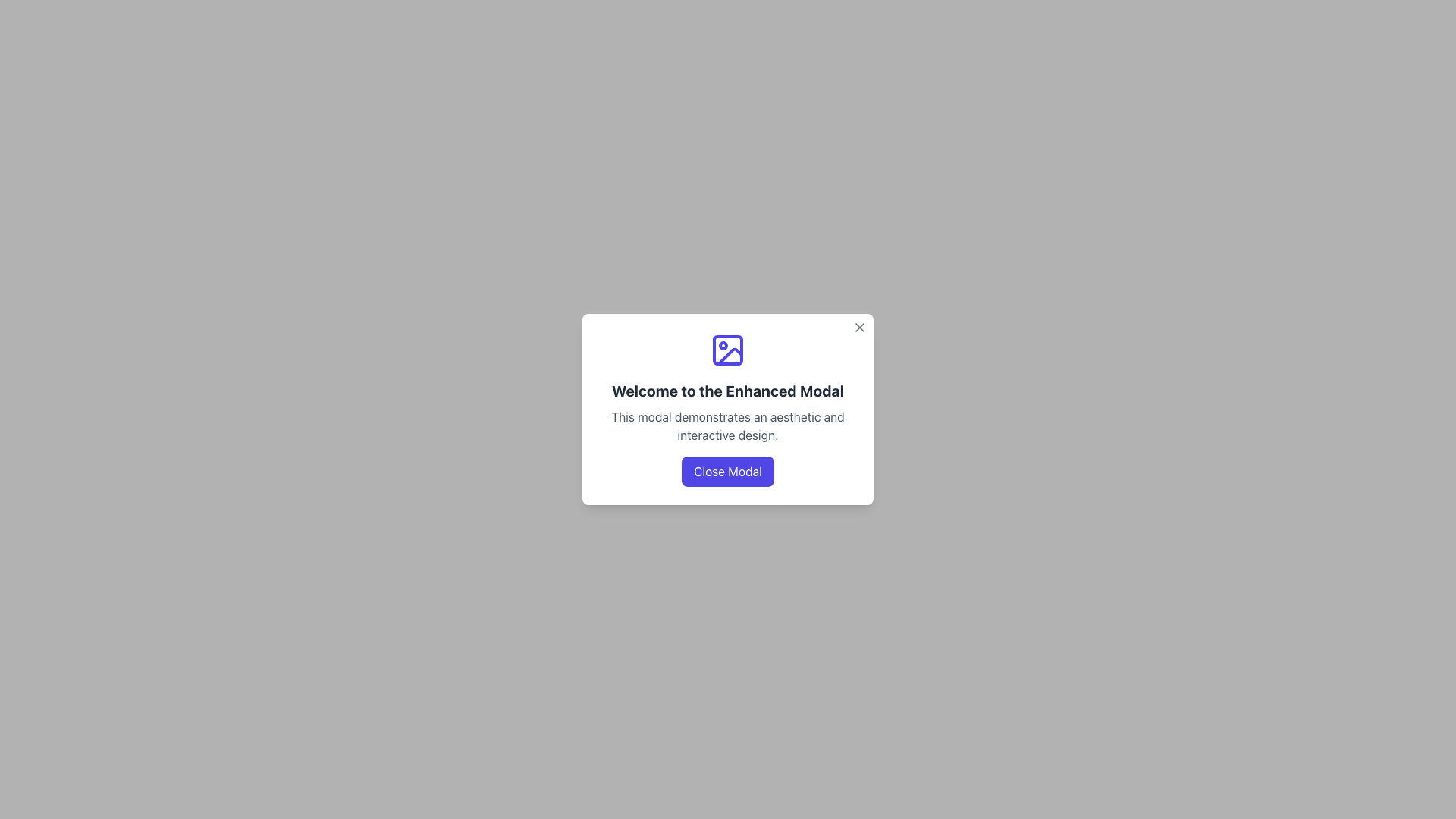 This screenshot has width=1456, height=819. I want to click on the 'X' icon located at the top right corner of the modal dialog, so click(859, 327).